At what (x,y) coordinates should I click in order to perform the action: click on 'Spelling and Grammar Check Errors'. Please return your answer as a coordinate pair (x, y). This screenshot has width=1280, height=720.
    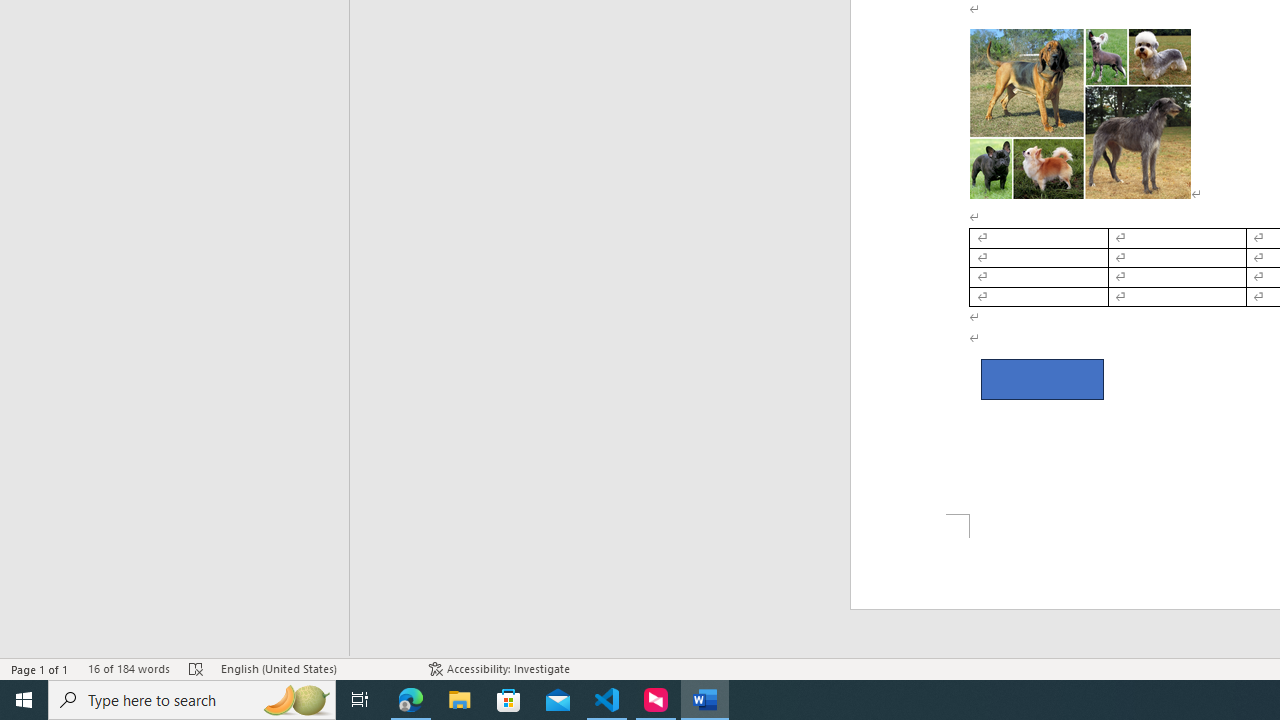
    Looking at the image, I should click on (196, 669).